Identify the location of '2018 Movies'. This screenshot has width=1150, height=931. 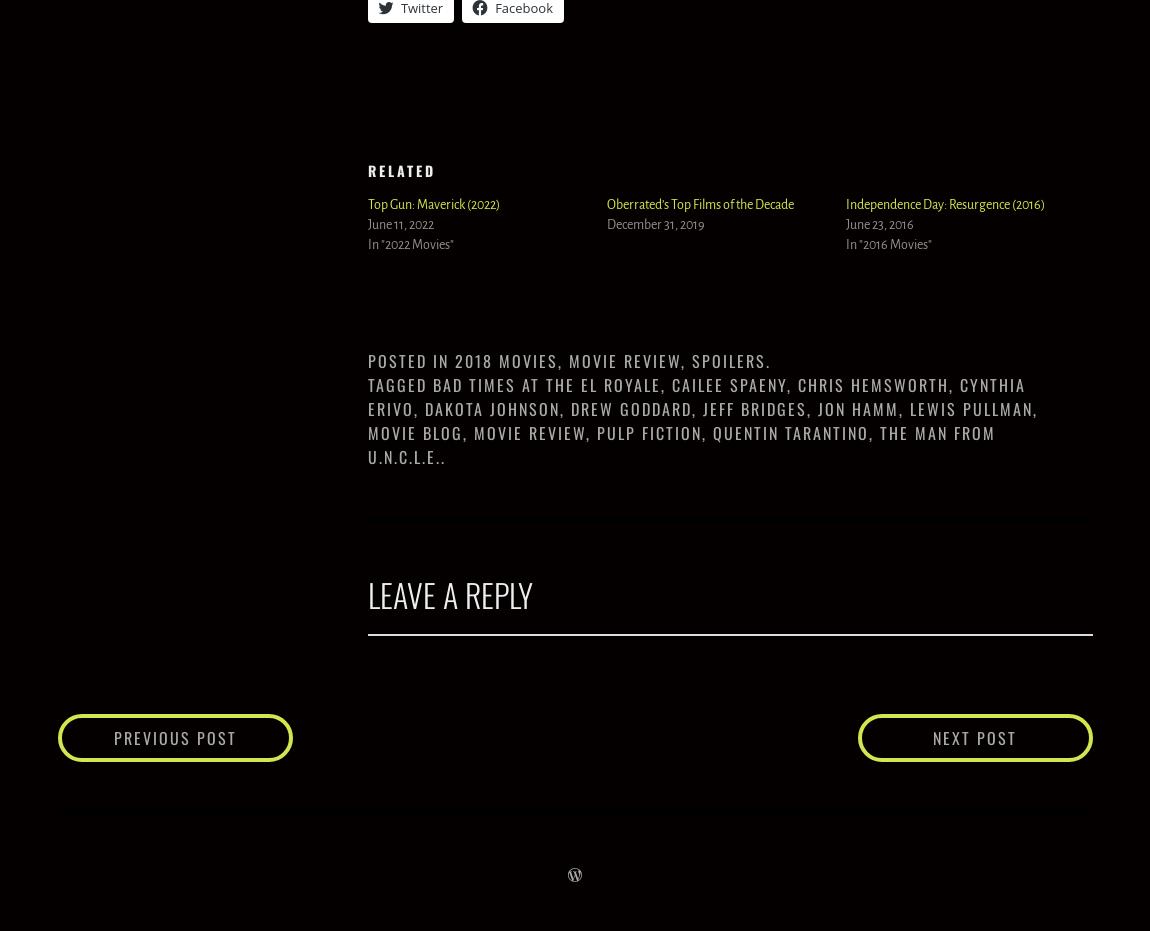
(506, 360).